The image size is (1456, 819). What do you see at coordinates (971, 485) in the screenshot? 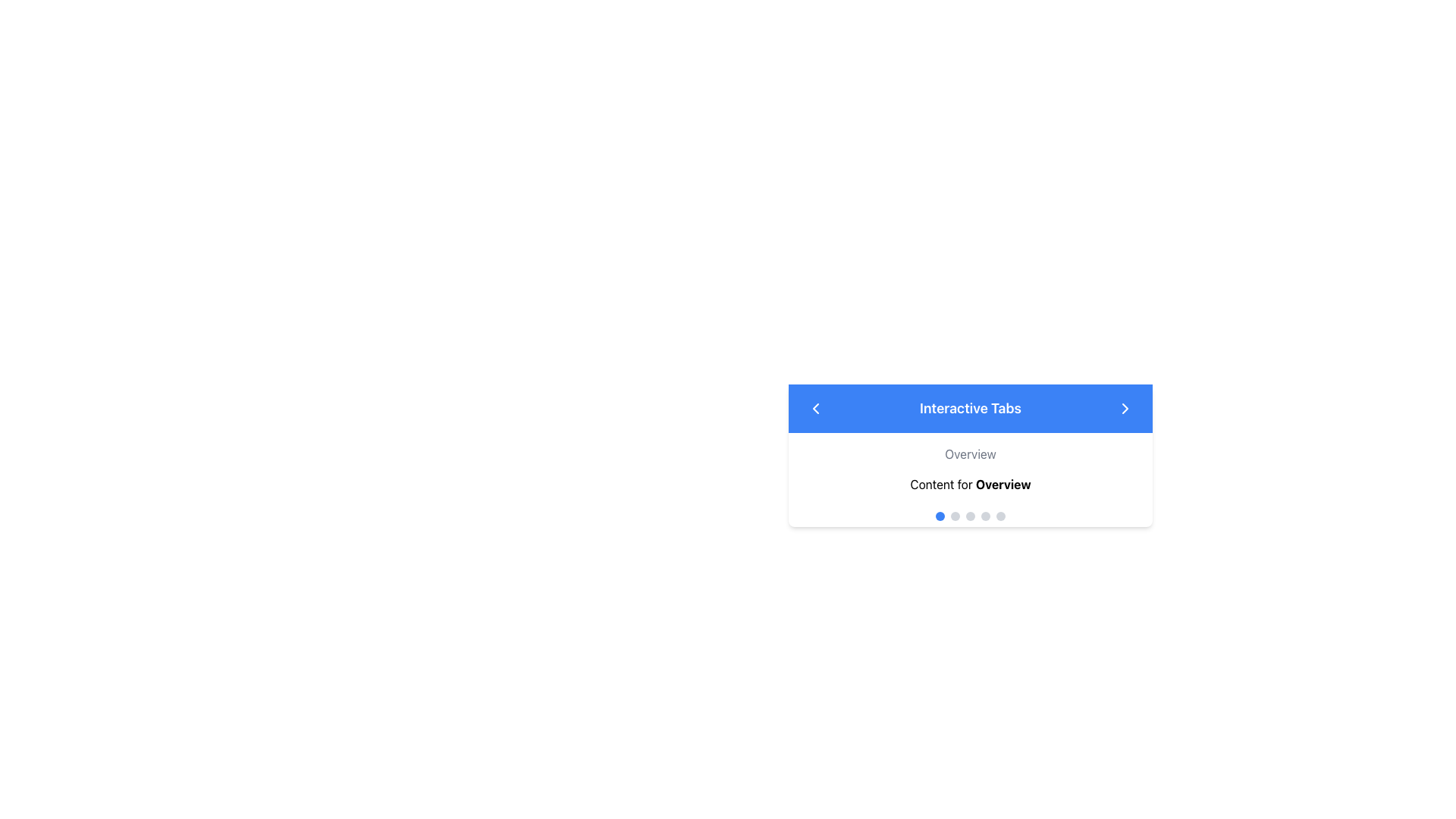
I see `the static text element containing the phrase 'Content for Overview', which is centrally aligned beneath the 'Overview' text` at bounding box center [971, 485].